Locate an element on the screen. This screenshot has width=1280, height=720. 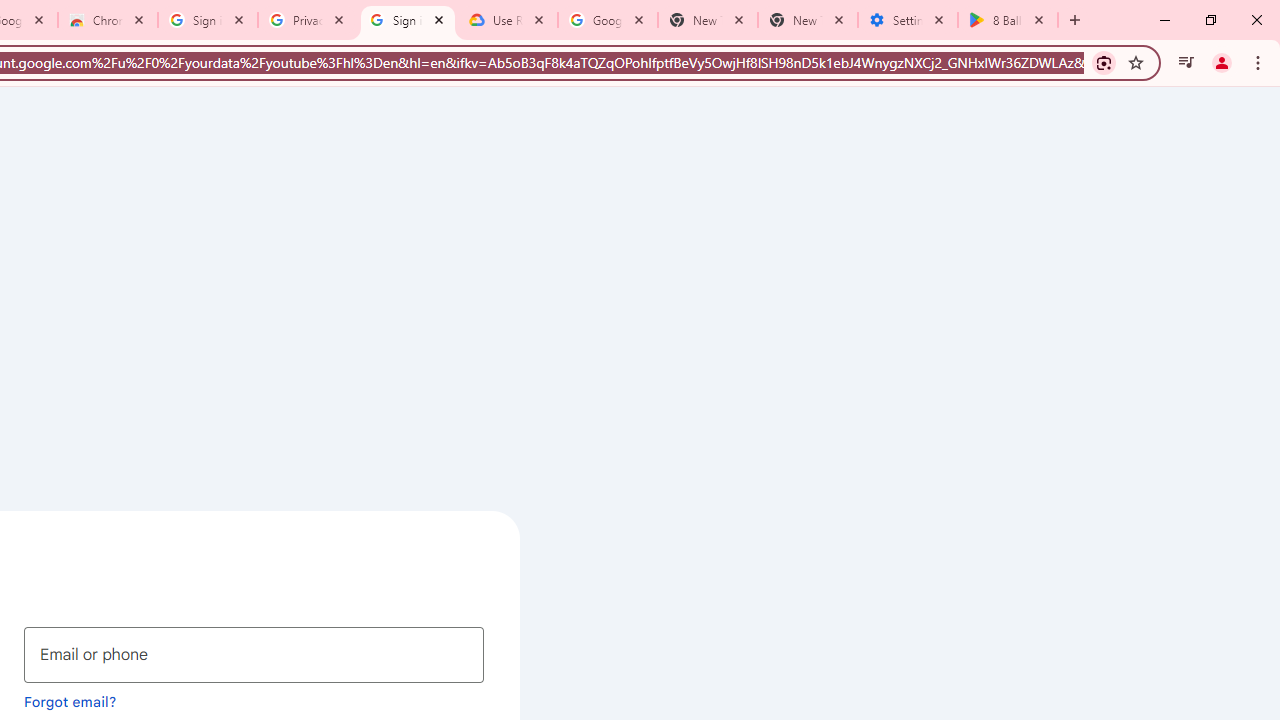
'Control your music, videos, and more' is located at coordinates (1185, 61).